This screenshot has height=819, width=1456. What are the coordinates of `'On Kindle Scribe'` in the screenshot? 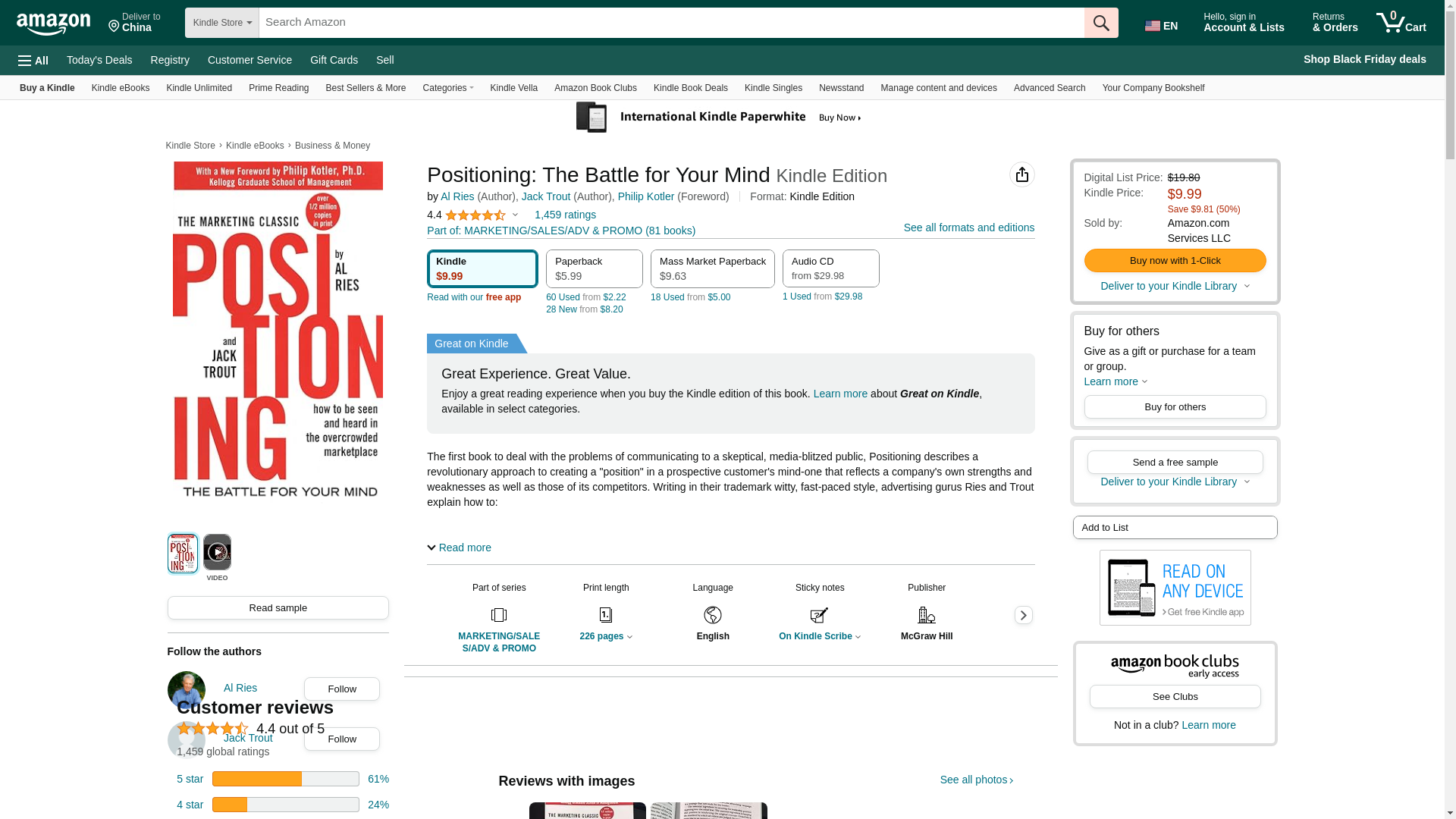 It's located at (818, 636).